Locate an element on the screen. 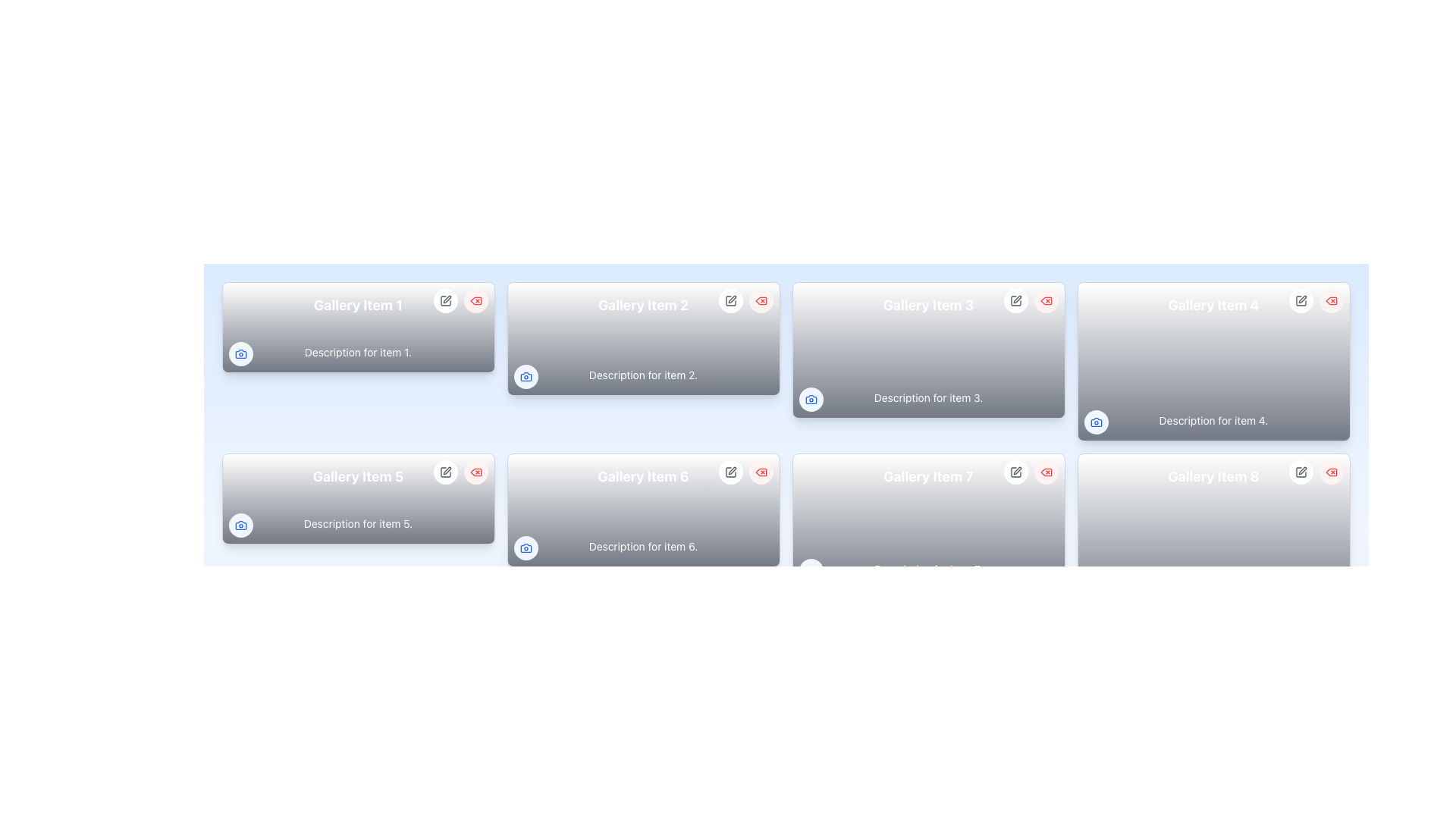 Image resolution: width=1456 pixels, height=819 pixels. the edit Button (Icon) located in the top-right corner of the 'Gallery Item 6' card is located at coordinates (732, 470).